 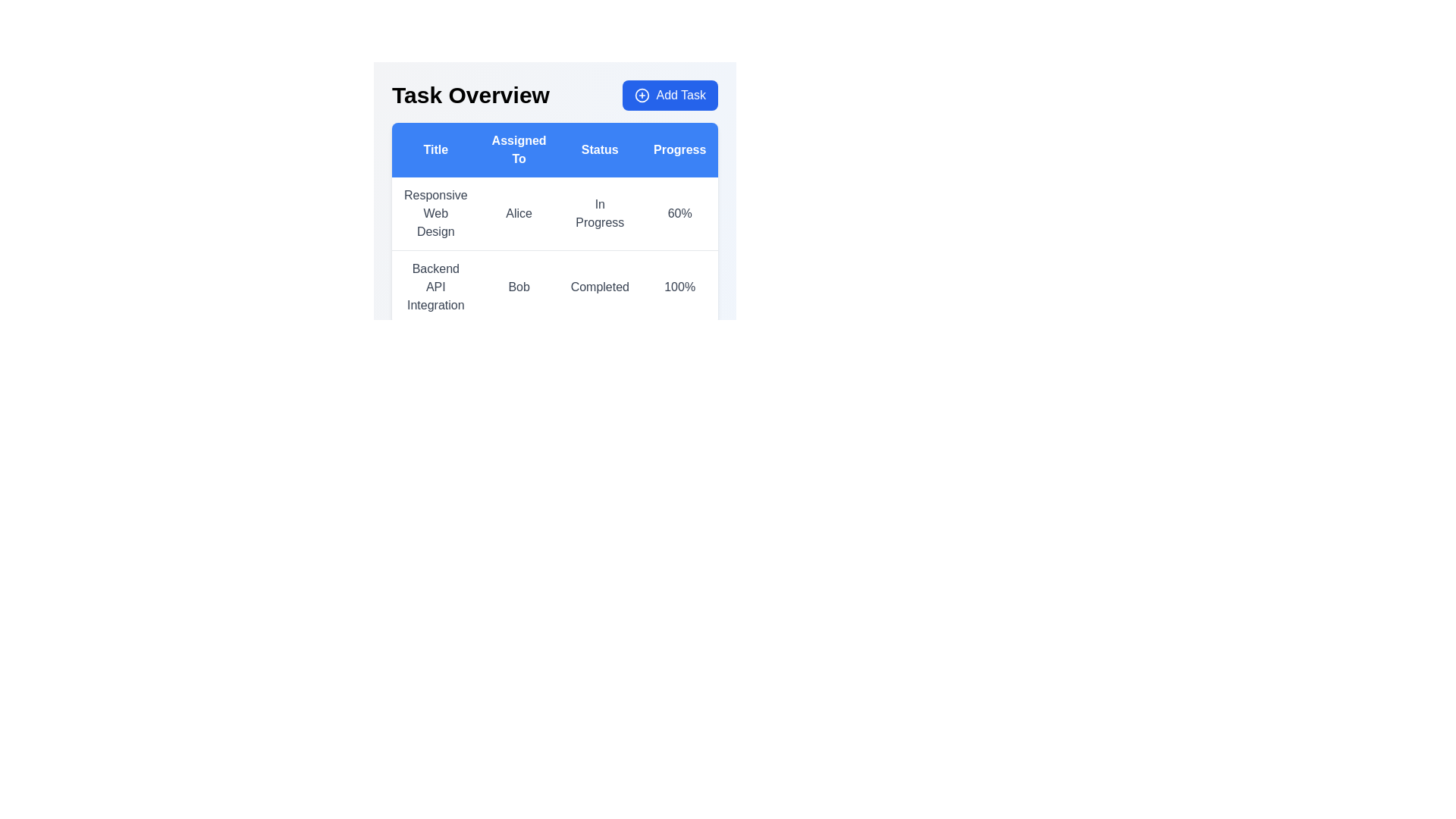 What do you see at coordinates (519, 149) in the screenshot?
I see `the 'Assigned To' header label in the table, which is located in the second column of the header row, between the 'Title' and 'Status' headers` at bounding box center [519, 149].